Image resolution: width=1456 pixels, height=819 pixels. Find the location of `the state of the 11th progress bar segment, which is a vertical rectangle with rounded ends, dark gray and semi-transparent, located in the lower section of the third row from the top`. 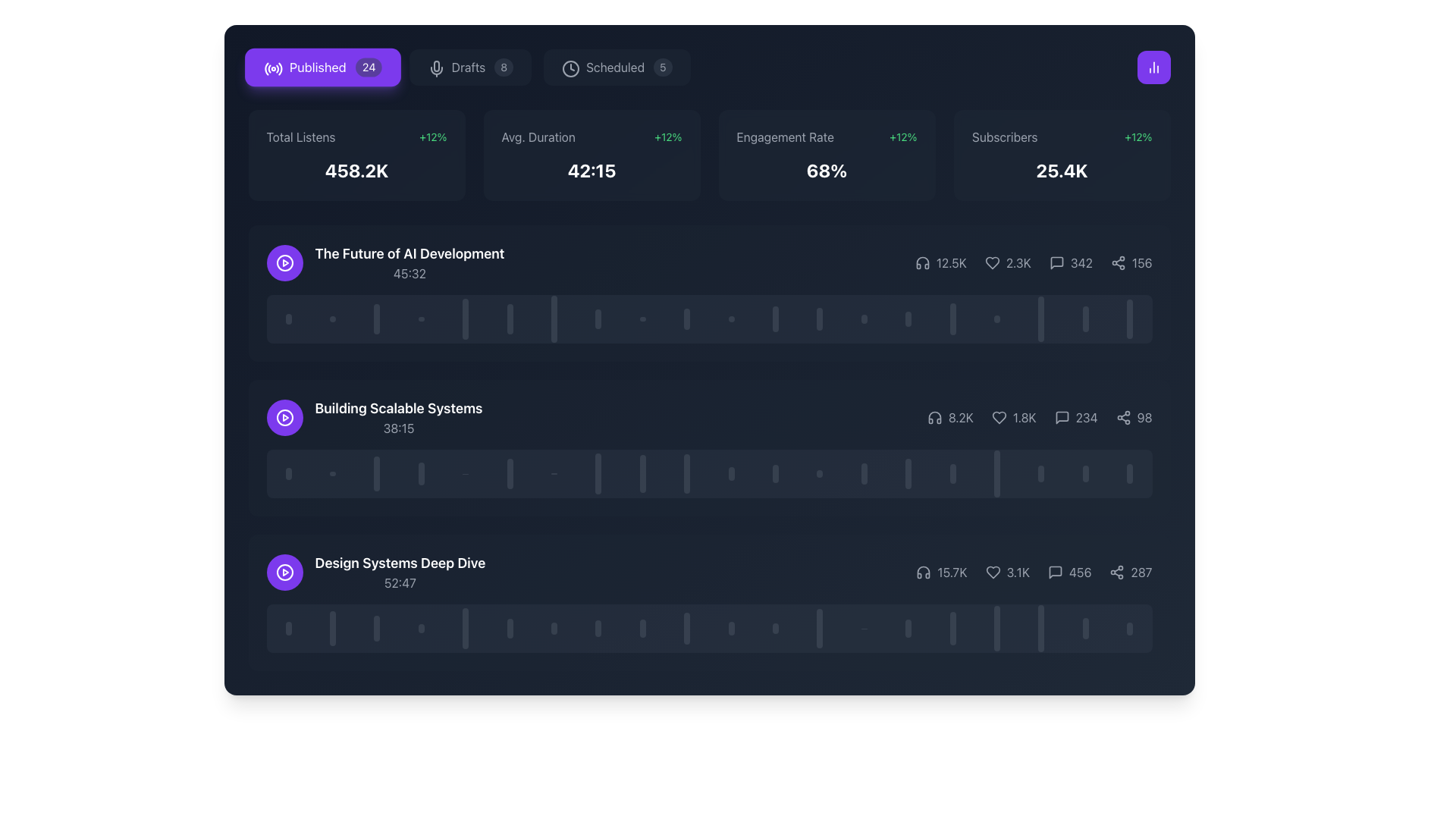

the state of the 11th progress bar segment, which is a vertical rectangle with rounded ends, dark gray and semi-transparent, located in the lower section of the third row from the top is located at coordinates (731, 629).